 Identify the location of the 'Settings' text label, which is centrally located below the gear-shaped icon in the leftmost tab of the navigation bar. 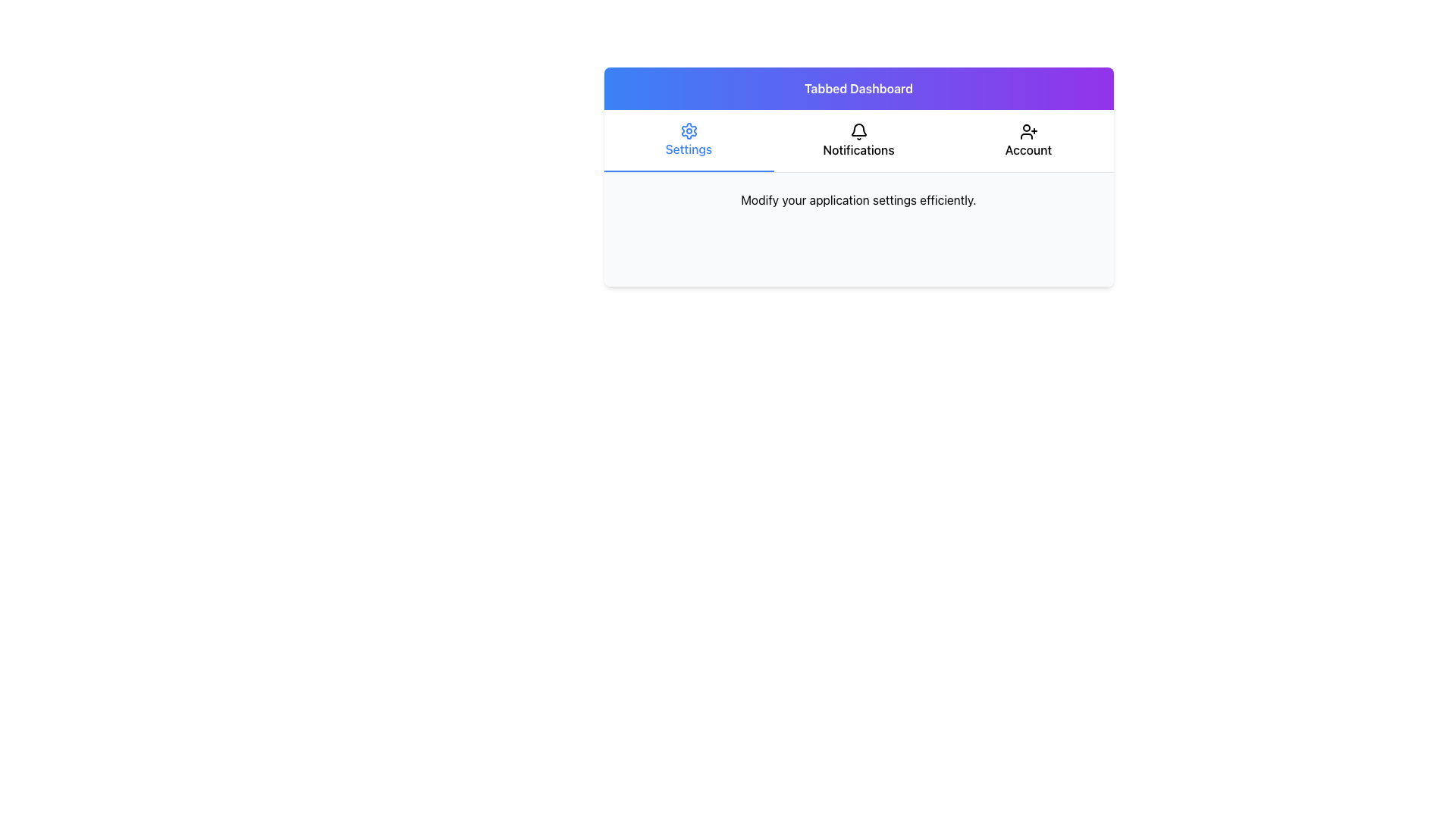
(688, 149).